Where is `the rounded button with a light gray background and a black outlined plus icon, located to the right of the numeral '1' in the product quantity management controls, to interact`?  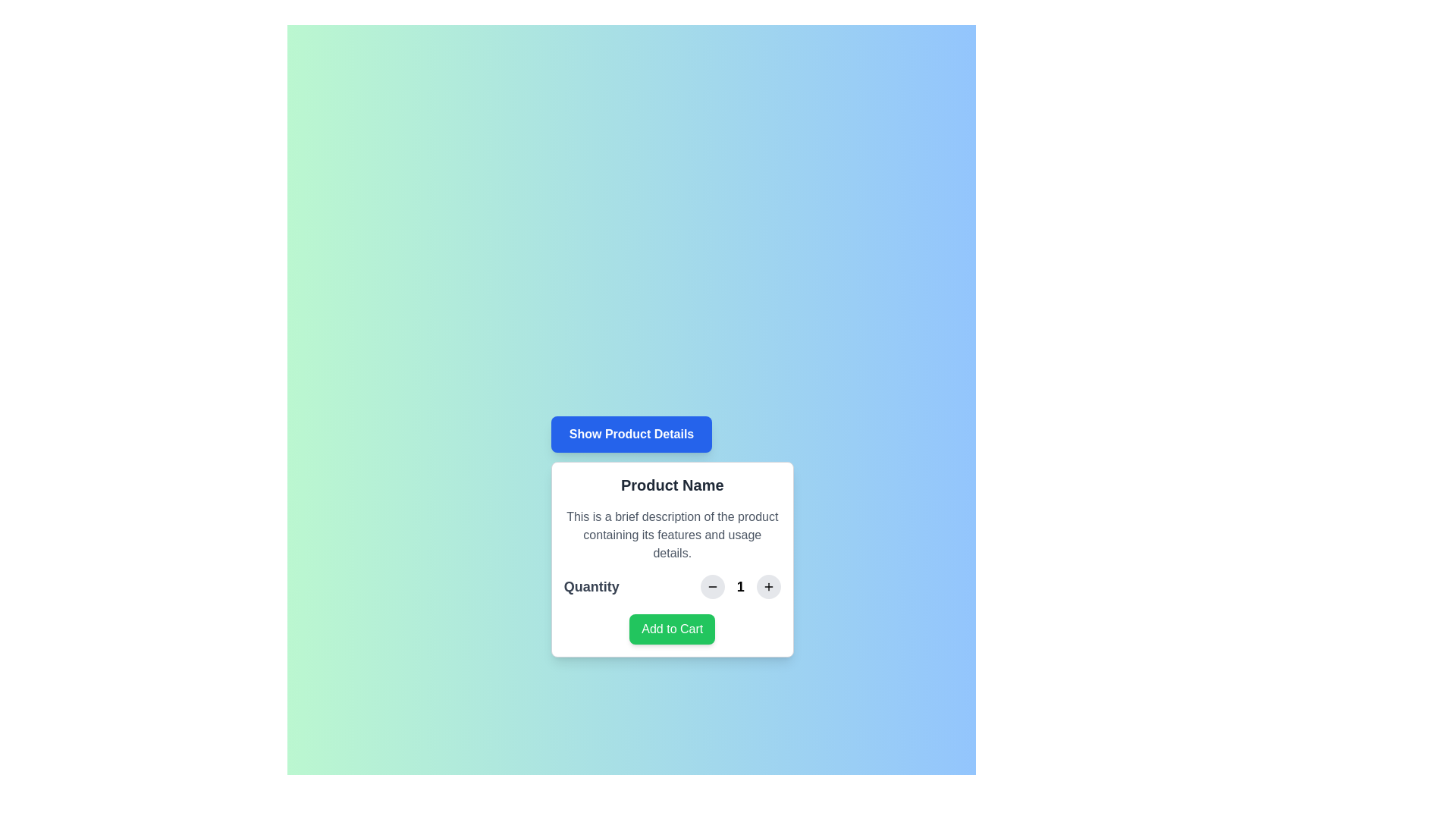
the rounded button with a light gray background and a black outlined plus icon, located to the right of the numeral '1' in the product quantity management controls, to interact is located at coordinates (768, 586).